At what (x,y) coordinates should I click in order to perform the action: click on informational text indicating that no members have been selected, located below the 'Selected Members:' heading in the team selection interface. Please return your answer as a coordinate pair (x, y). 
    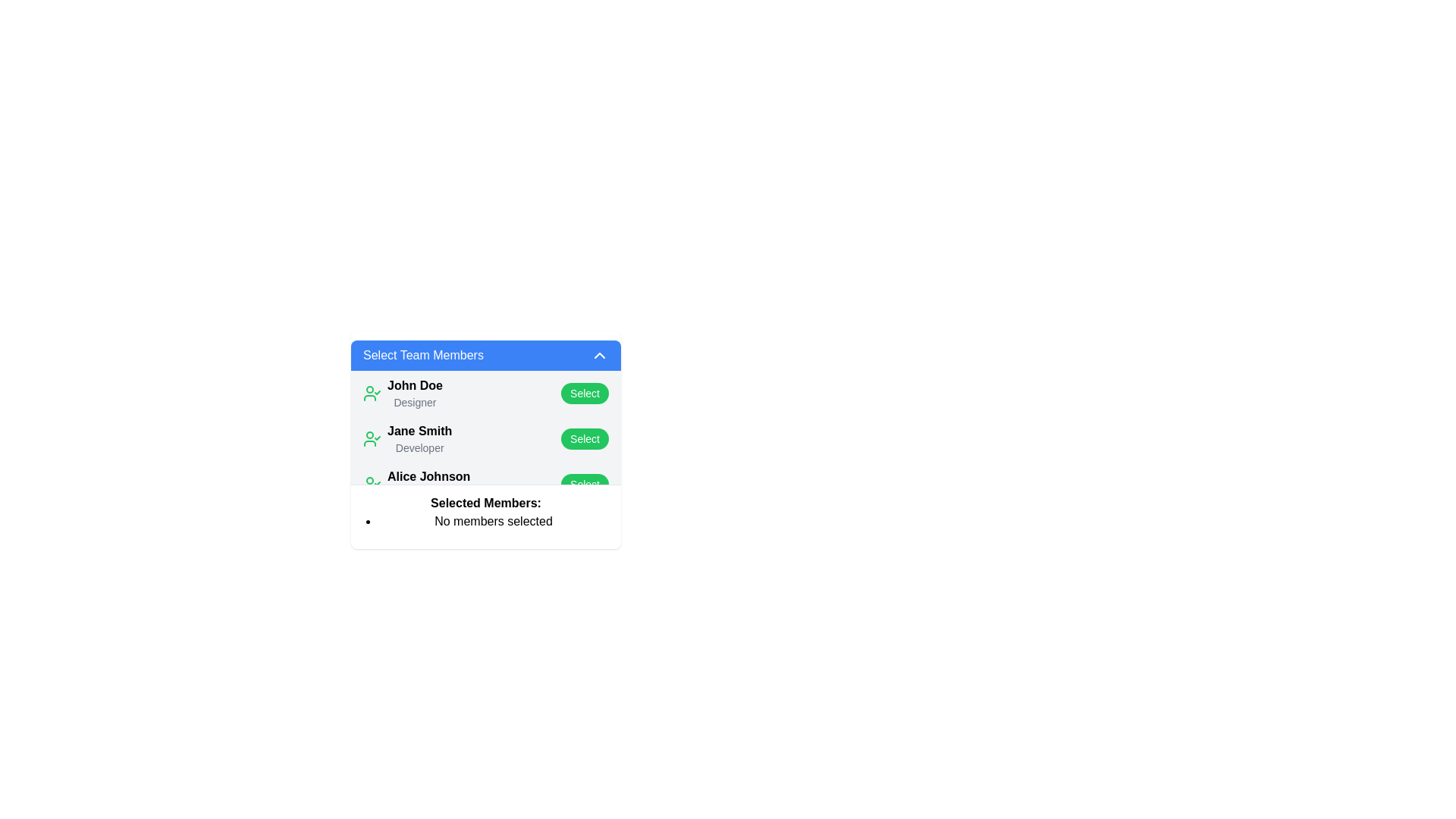
    Looking at the image, I should click on (486, 520).